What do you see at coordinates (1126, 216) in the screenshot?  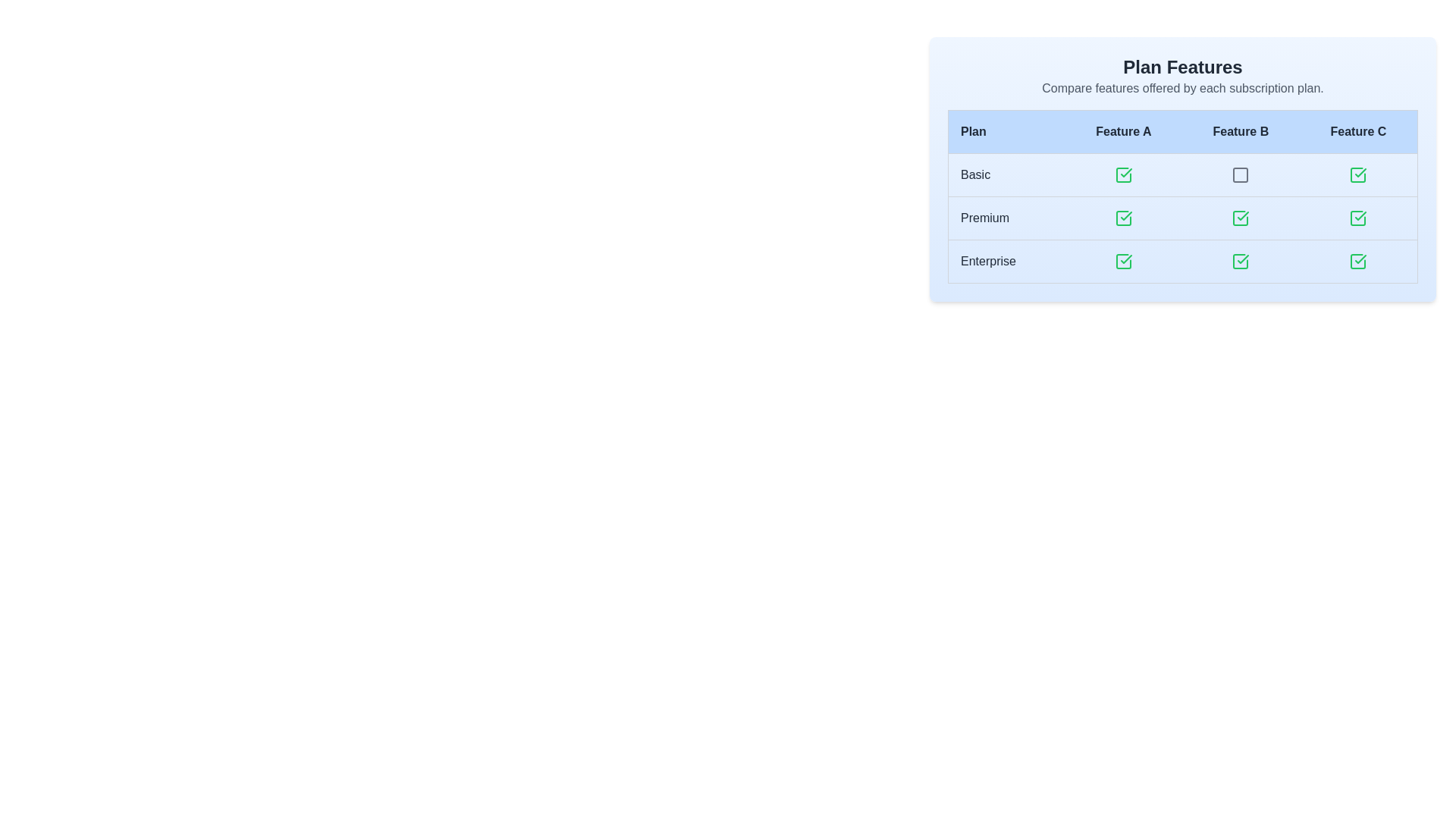 I see `the green checkmark SVG icon indicating that the Premium subscription plan includes Feature B, located in the Premium row and Feature B column of the Plan Features table` at bounding box center [1126, 216].